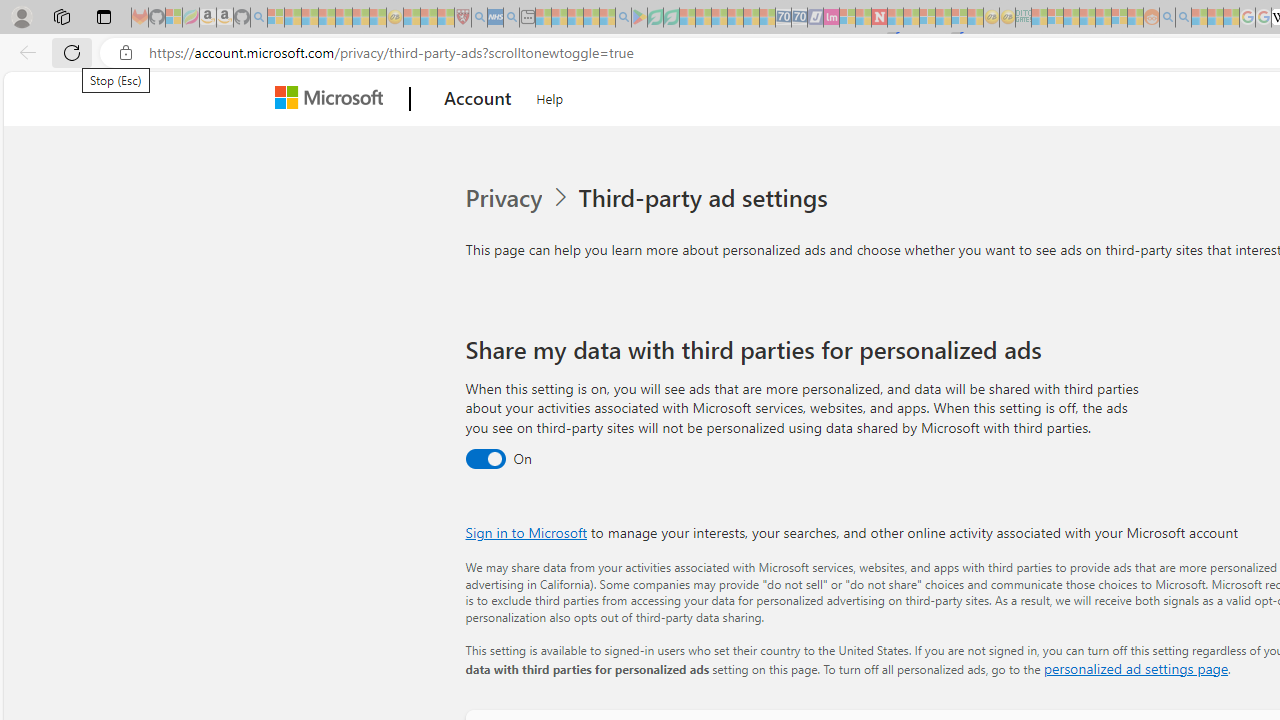 The width and height of the screenshot is (1280, 720). Describe the element at coordinates (879, 17) in the screenshot. I see `'Latest Politics News & Archive | Newsweek.com - Sleeping'` at that location.